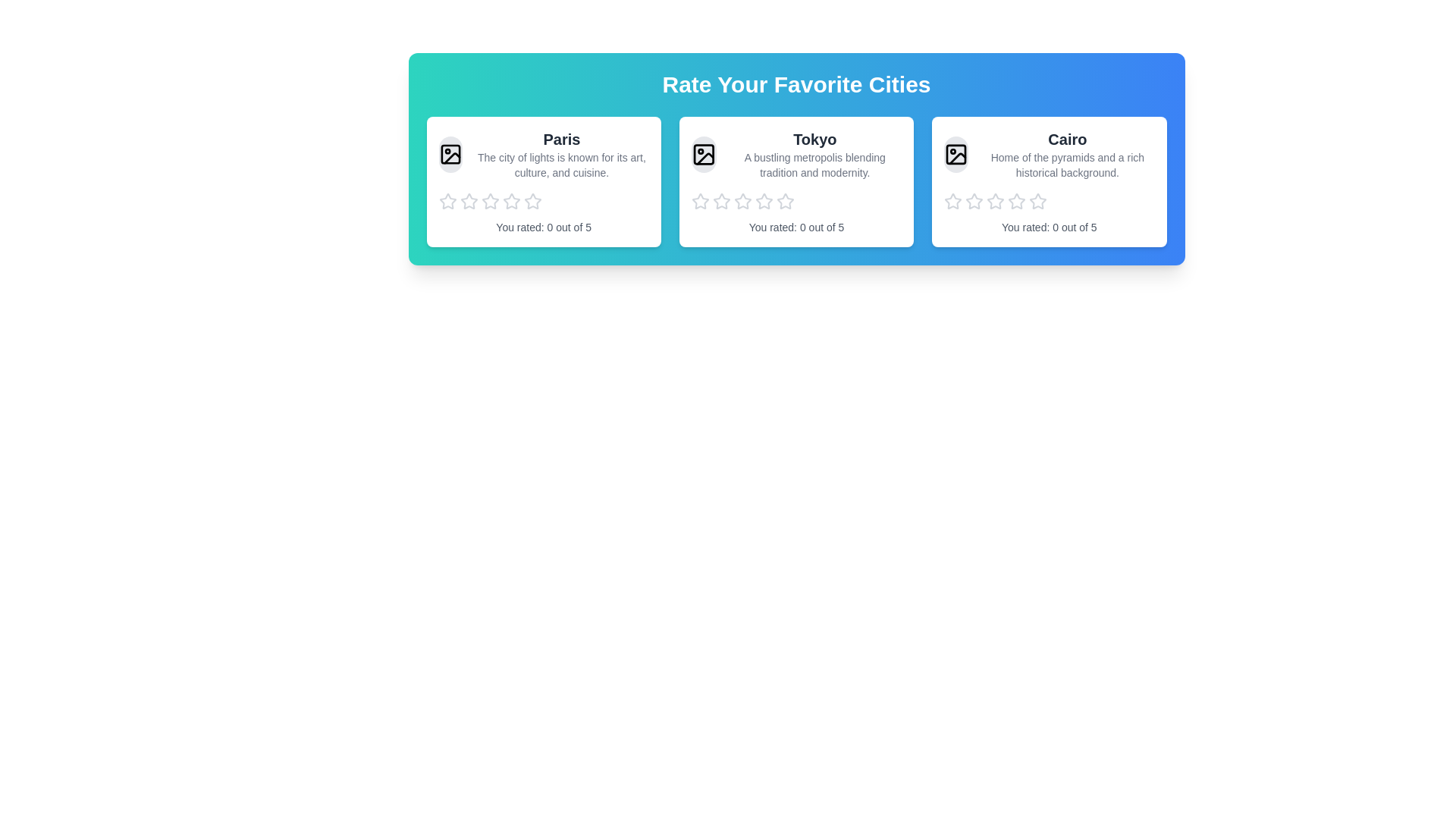 The image size is (1456, 819). I want to click on SVG icon part resembling a slanted line within the 'Rate Your Favorite Cities' section labeled 'Cairo', so click(957, 158).